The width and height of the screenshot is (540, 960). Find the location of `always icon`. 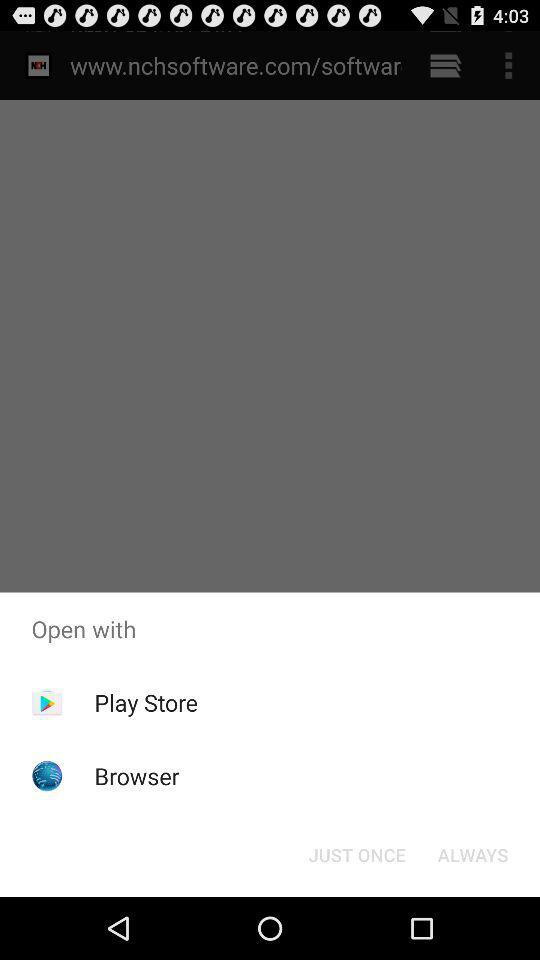

always icon is located at coordinates (472, 853).